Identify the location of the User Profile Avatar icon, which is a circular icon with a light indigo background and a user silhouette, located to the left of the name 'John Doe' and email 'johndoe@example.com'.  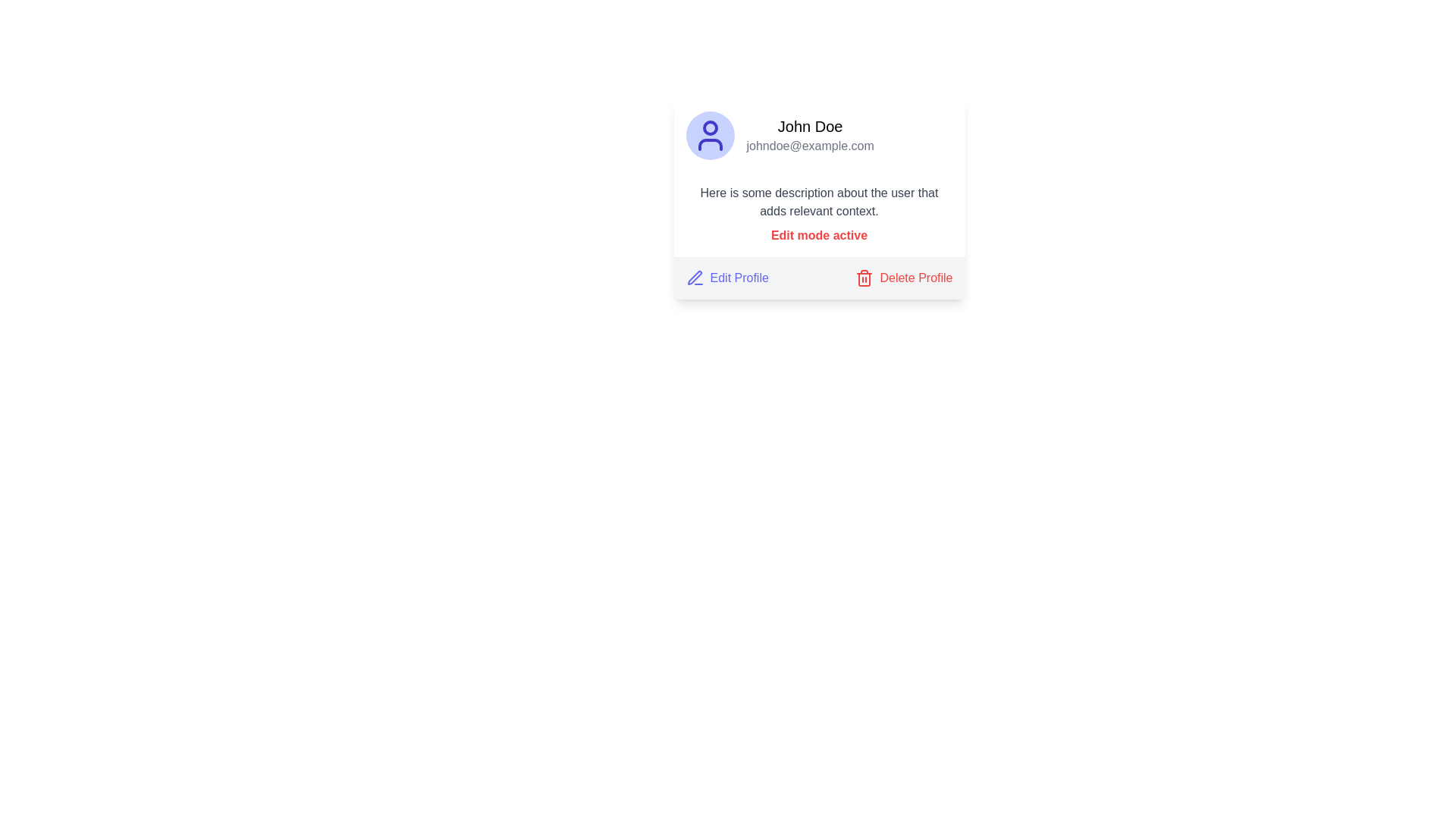
(709, 134).